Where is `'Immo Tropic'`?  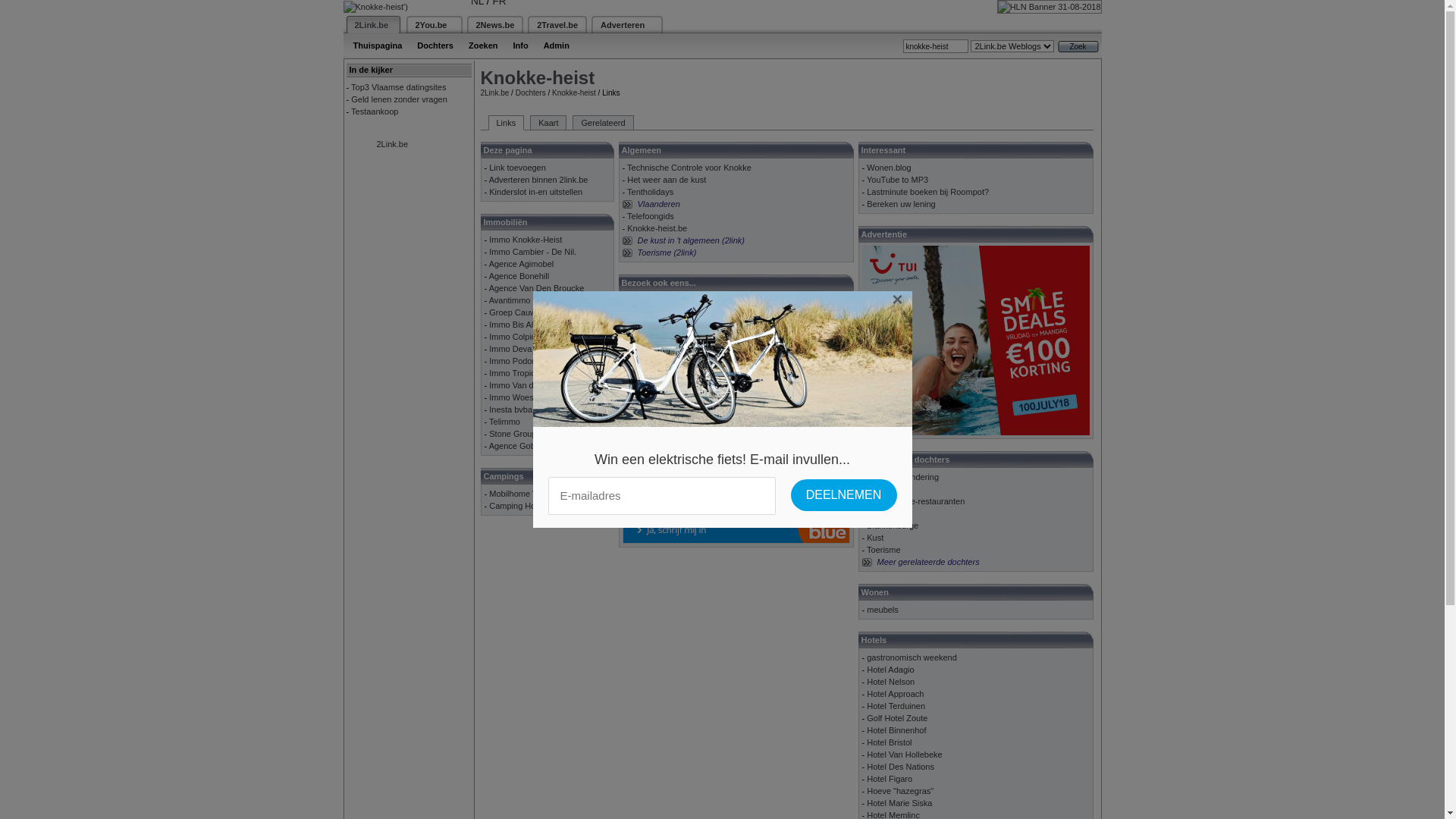 'Immo Tropic' is located at coordinates (512, 373).